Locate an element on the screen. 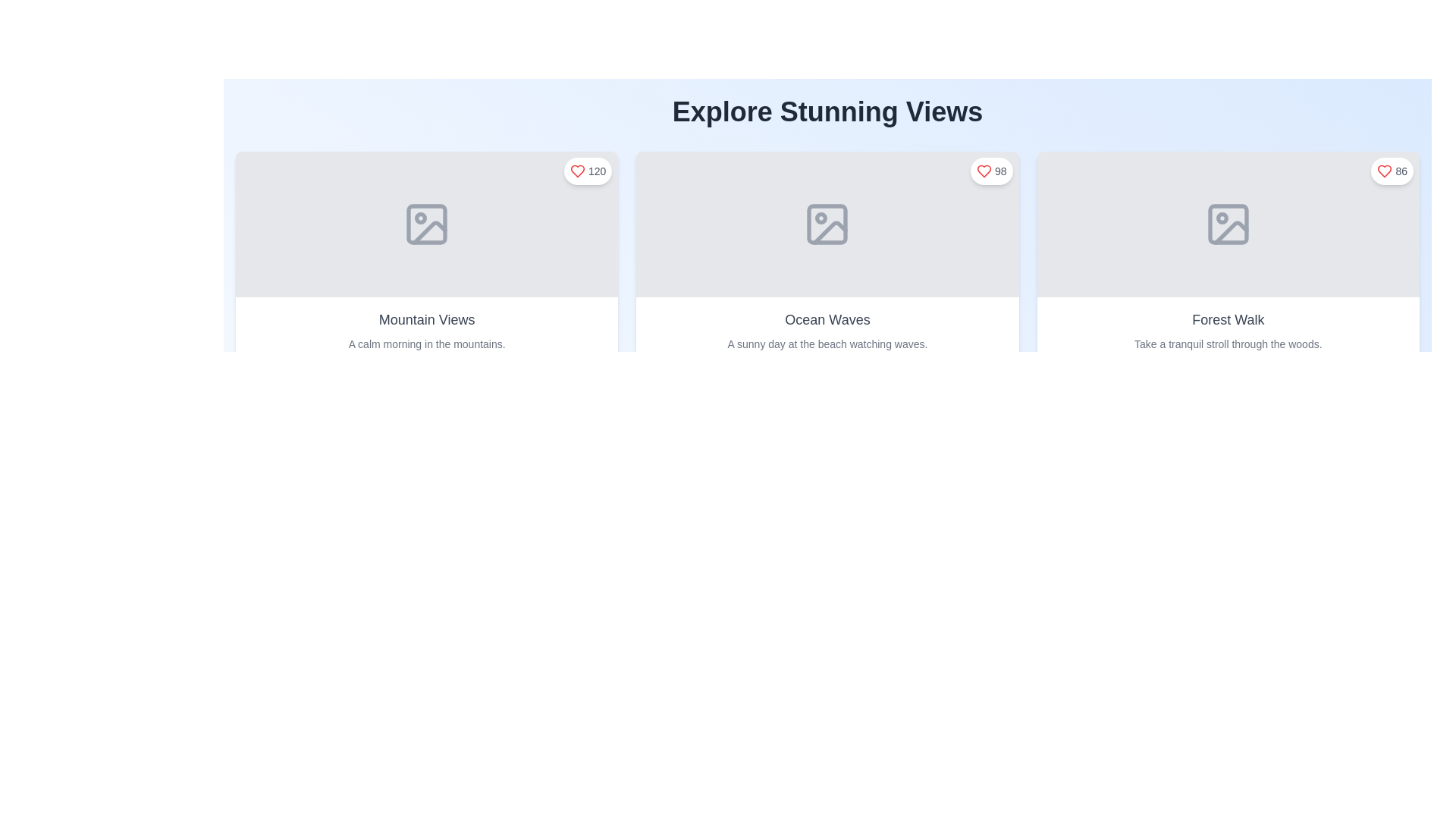 The image size is (1456, 819). the small circular graphical element located at the center of the image icon in the 'Forest Walk' card, which is the rightmost box among three horizontally aligned cards is located at coordinates (1222, 218).